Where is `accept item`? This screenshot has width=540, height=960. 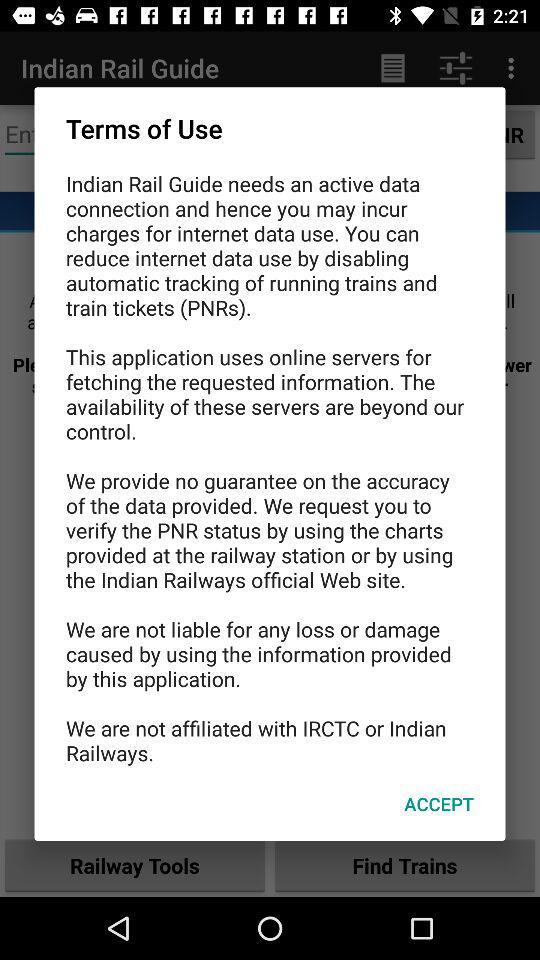 accept item is located at coordinates (438, 804).